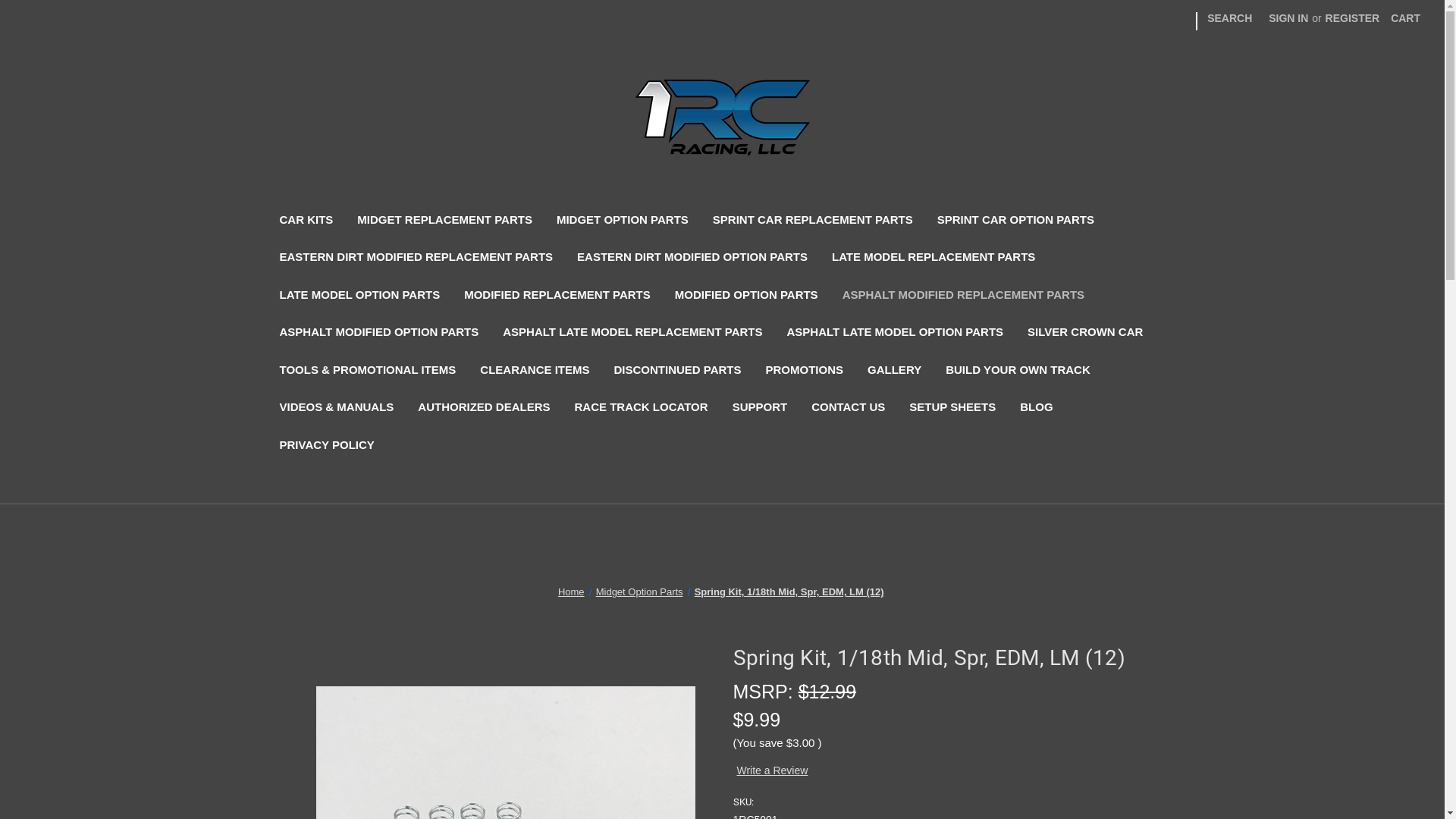 Image resolution: width=1456 pixels, height=819 pixels. Describe the element at coordinates (632, 333) in the screenshot. I see `'ASPHALT LATE MODEL REPLACEMENT PARTS'` at that location.